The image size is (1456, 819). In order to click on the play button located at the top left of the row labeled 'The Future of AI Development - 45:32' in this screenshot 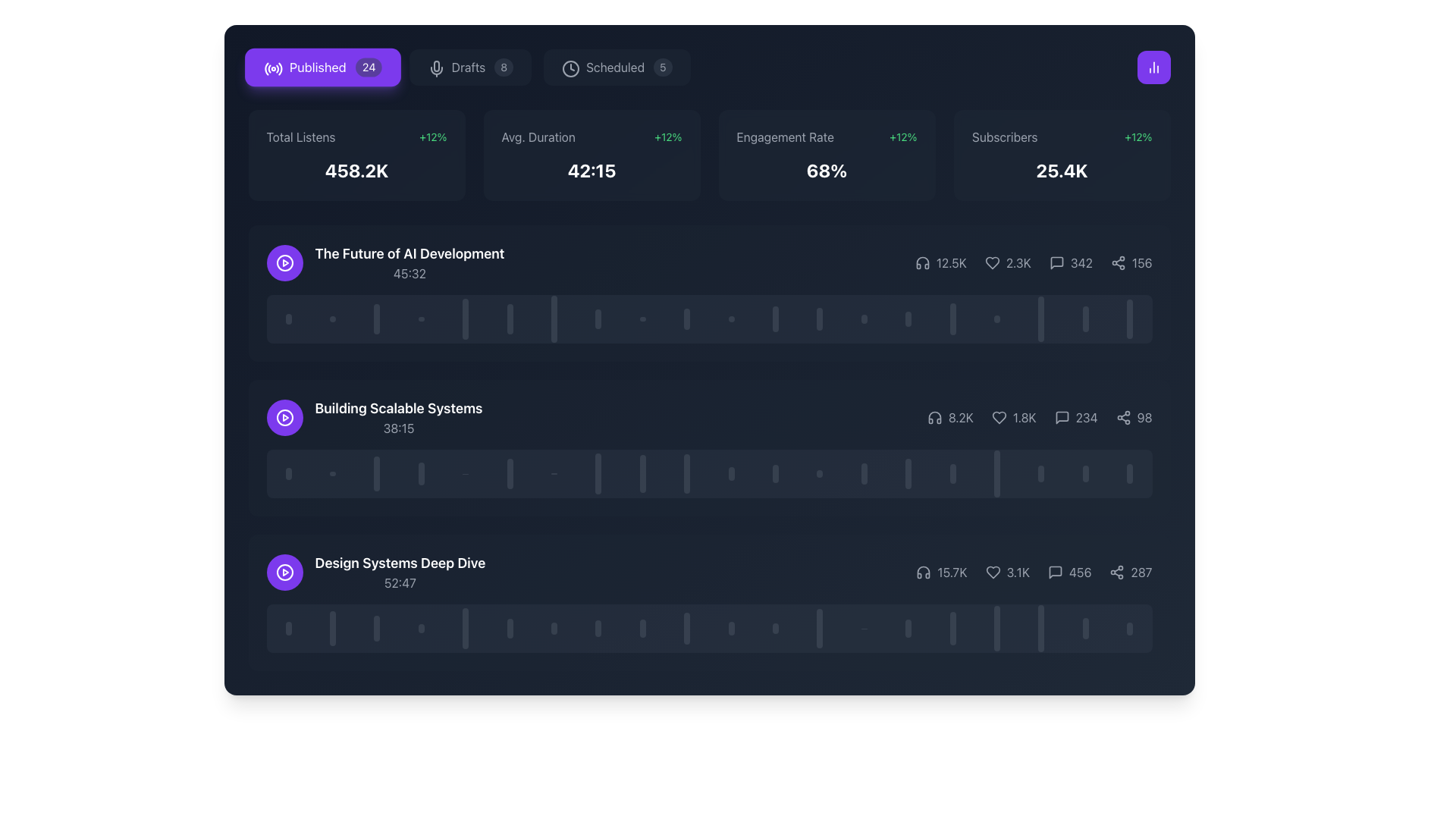, I will do `click(284, 262)`.